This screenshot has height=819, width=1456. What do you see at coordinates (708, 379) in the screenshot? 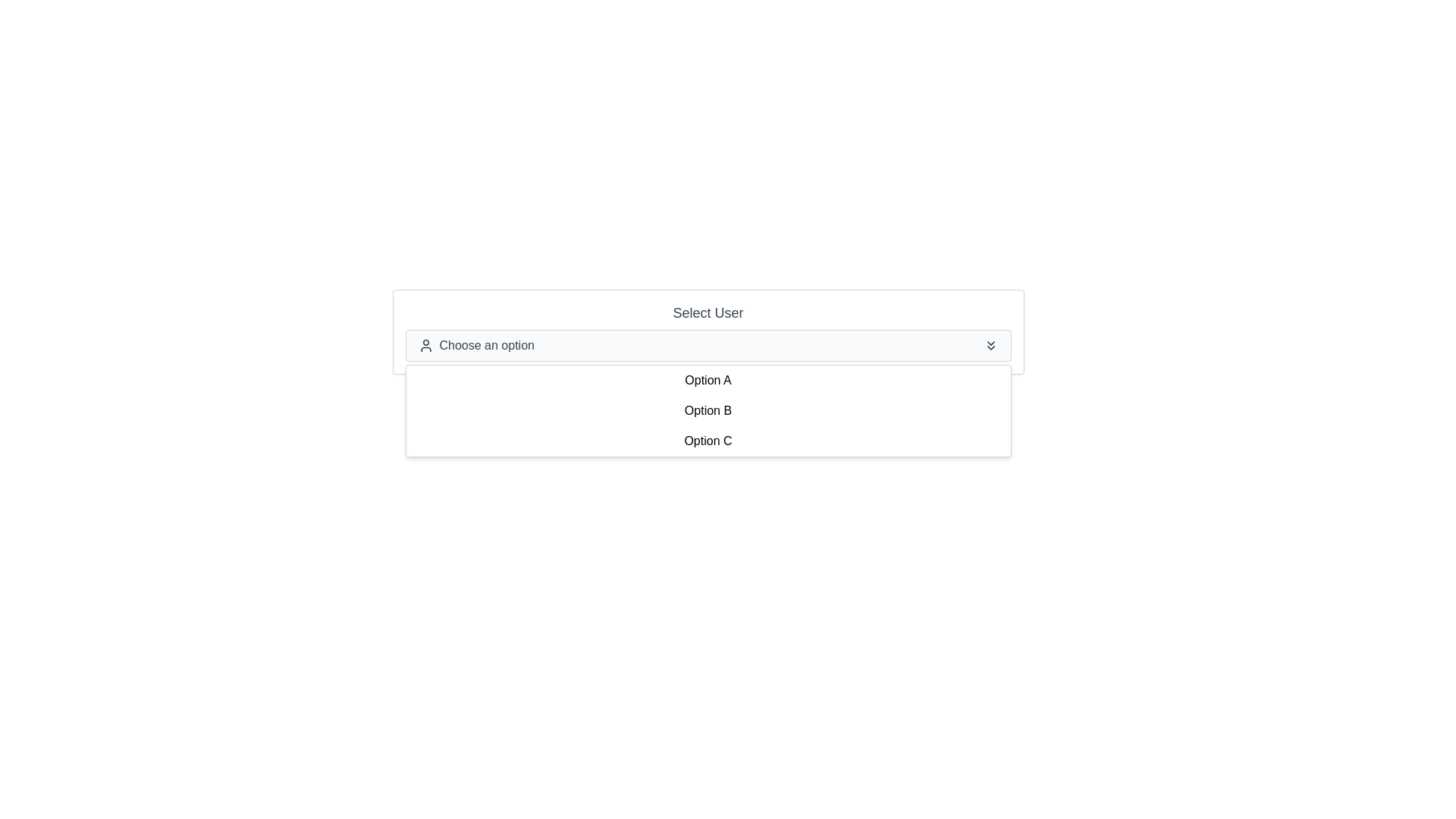
I see `the dropdown item labeled 'Option A' in black font` at bounding box center [708, 379].